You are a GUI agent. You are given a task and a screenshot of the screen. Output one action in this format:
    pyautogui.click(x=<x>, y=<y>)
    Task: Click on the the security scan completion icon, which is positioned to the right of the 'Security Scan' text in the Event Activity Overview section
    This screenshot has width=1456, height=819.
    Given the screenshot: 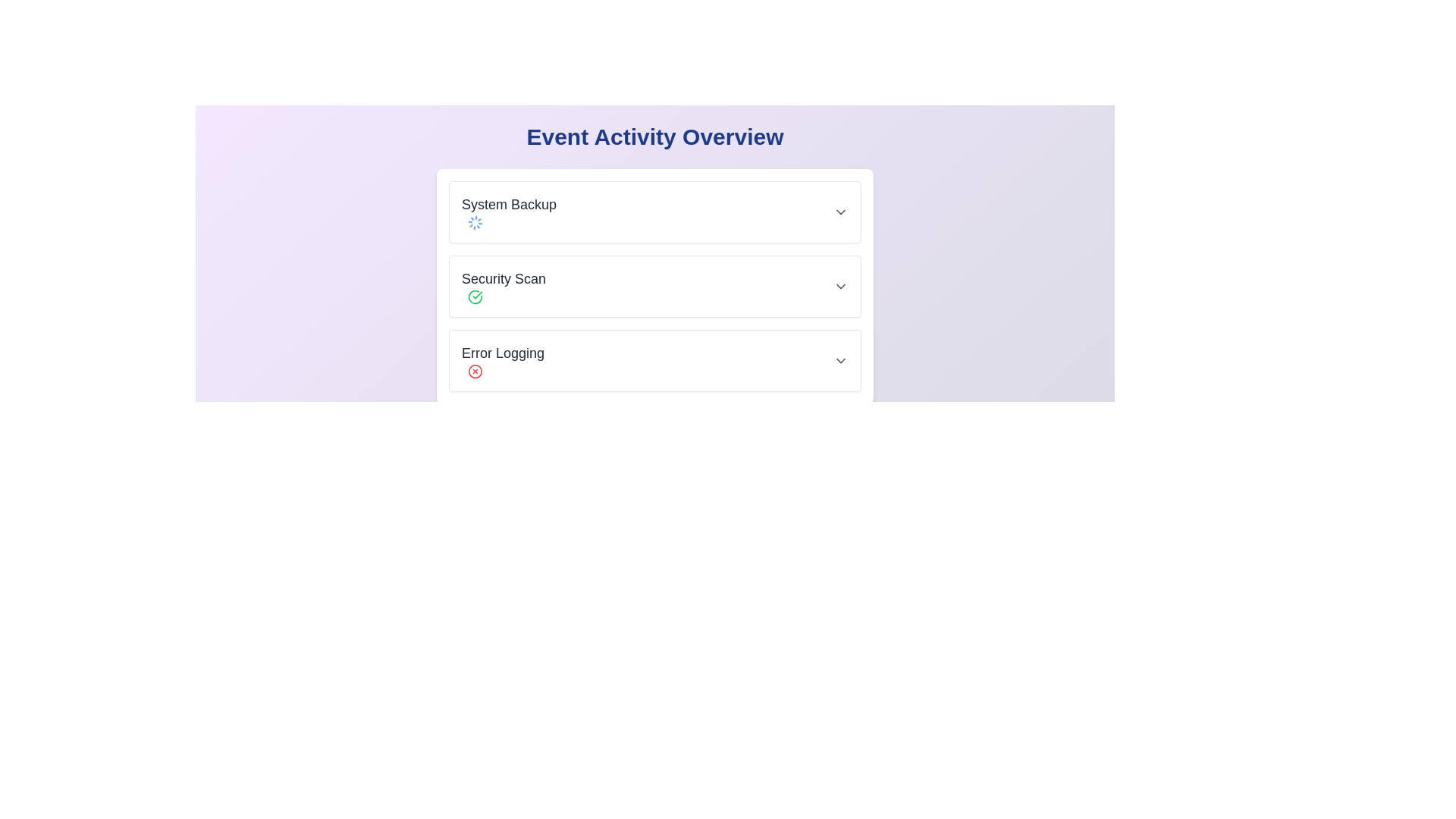 What is the action you would take?
    pyautogui.click(x=475, y=297)
    